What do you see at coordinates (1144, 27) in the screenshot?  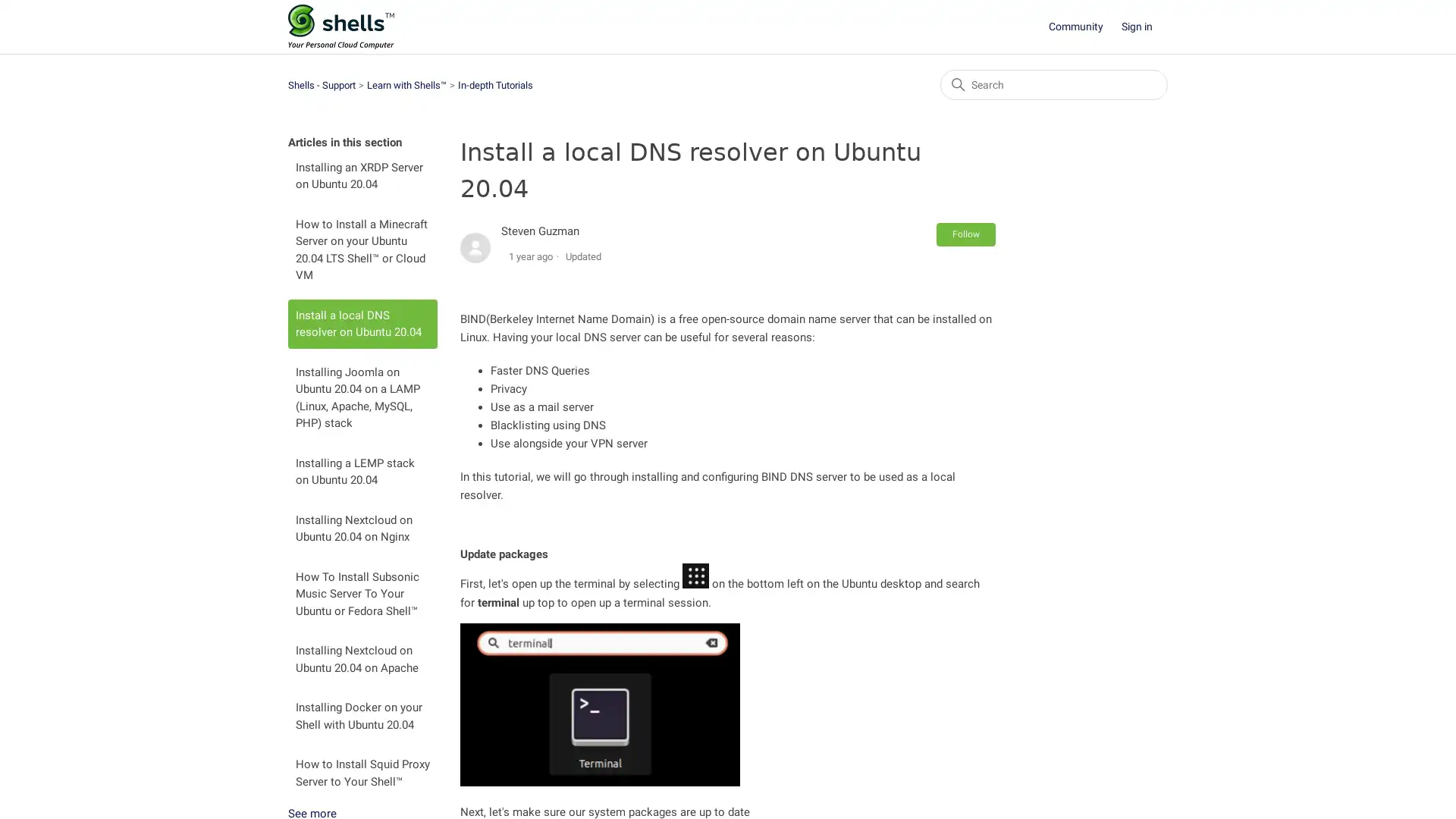 I see `Sign in` at bounding box center [1144, 27].